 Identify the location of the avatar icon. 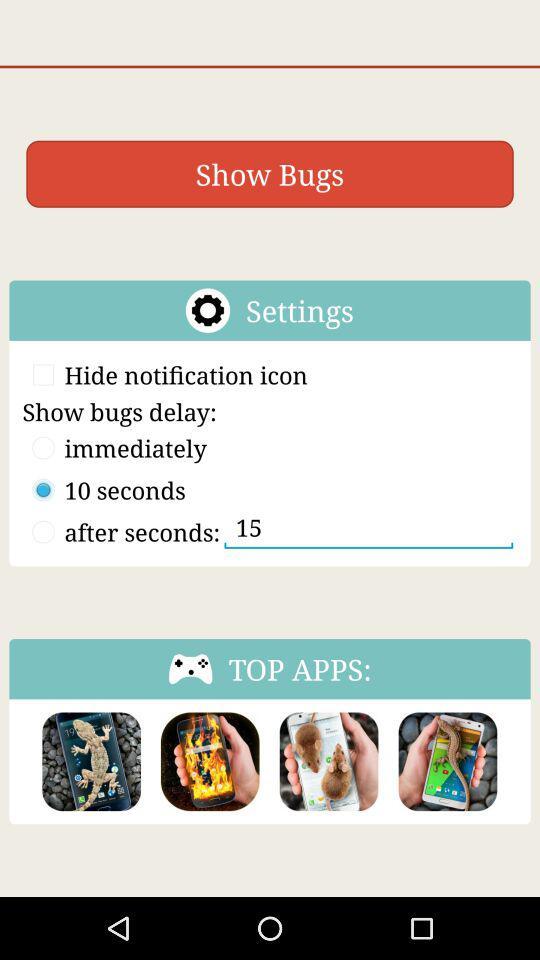
(90, 815).